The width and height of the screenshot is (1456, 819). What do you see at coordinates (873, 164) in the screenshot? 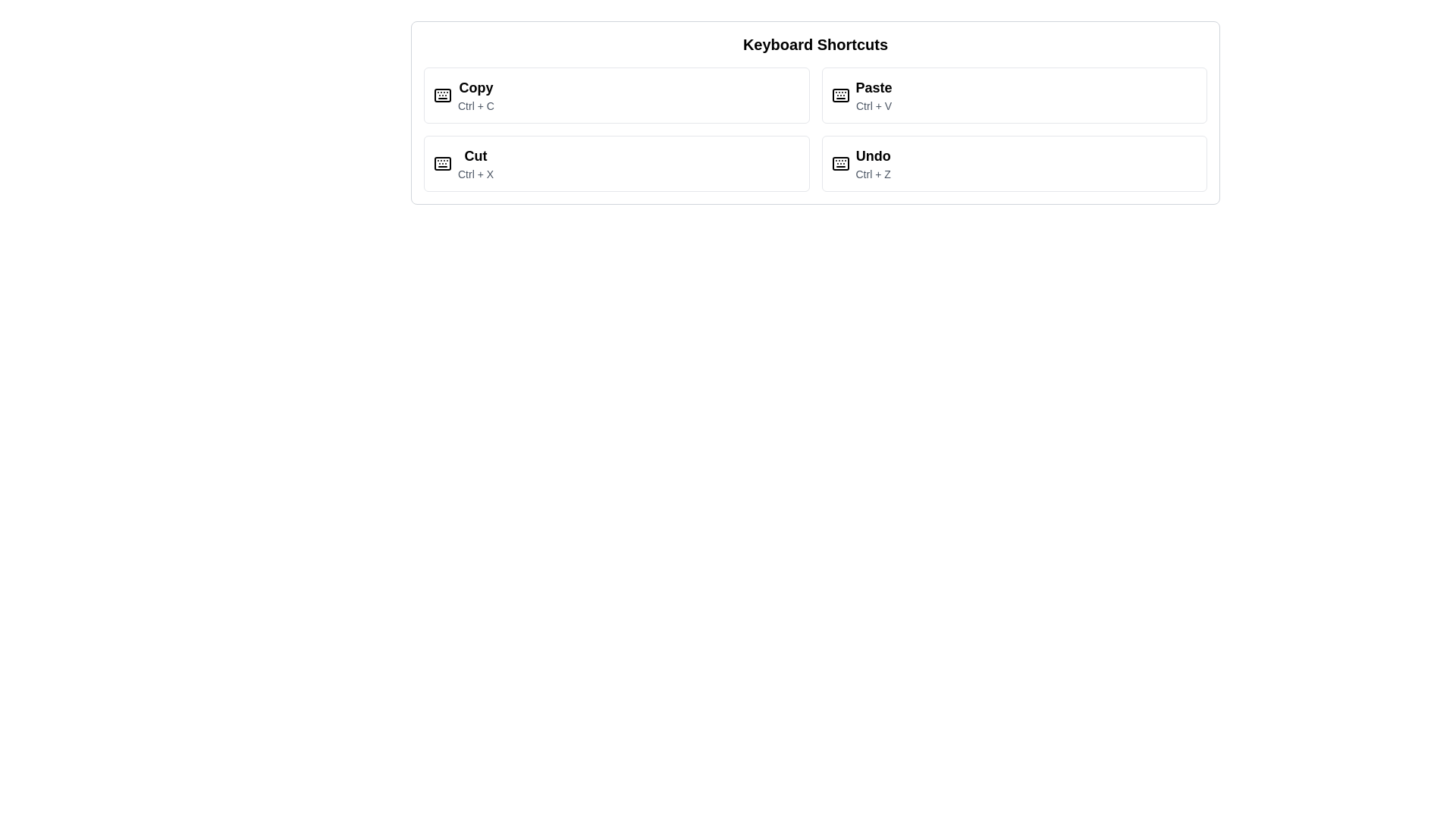
I see `the Text display component that shows the 'Undo' action keyboard shortcut ('Ctrl + Z') in the Keyboard Shortcuts window, located in the bottom-right quadrant` at bounding box center [873, 164].